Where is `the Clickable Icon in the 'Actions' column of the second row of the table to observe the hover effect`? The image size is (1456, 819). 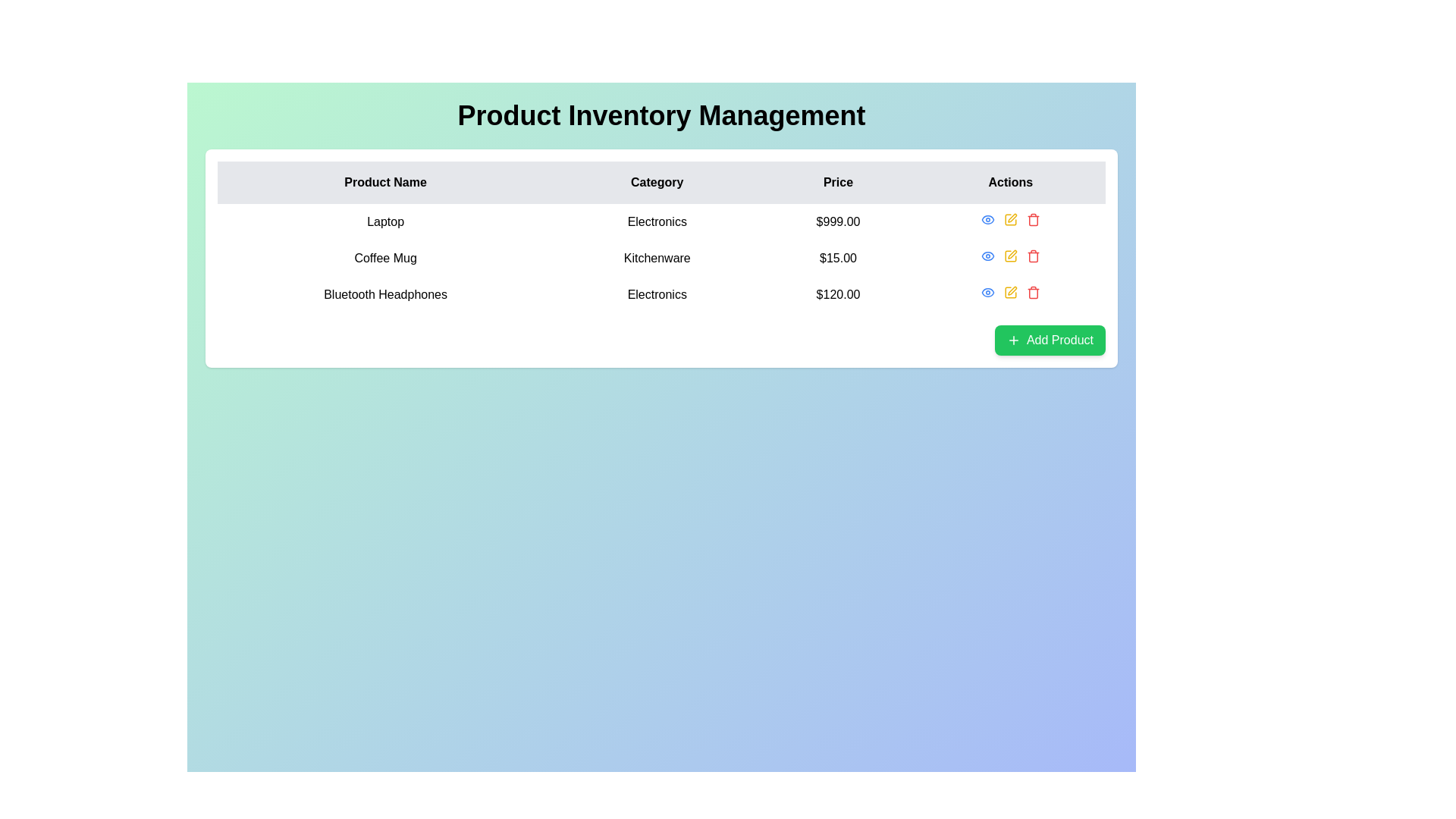 the Clickable Icon in the 'Actions' column of the second row of the table to observe the hover effect is located at coordinates (987, 256).